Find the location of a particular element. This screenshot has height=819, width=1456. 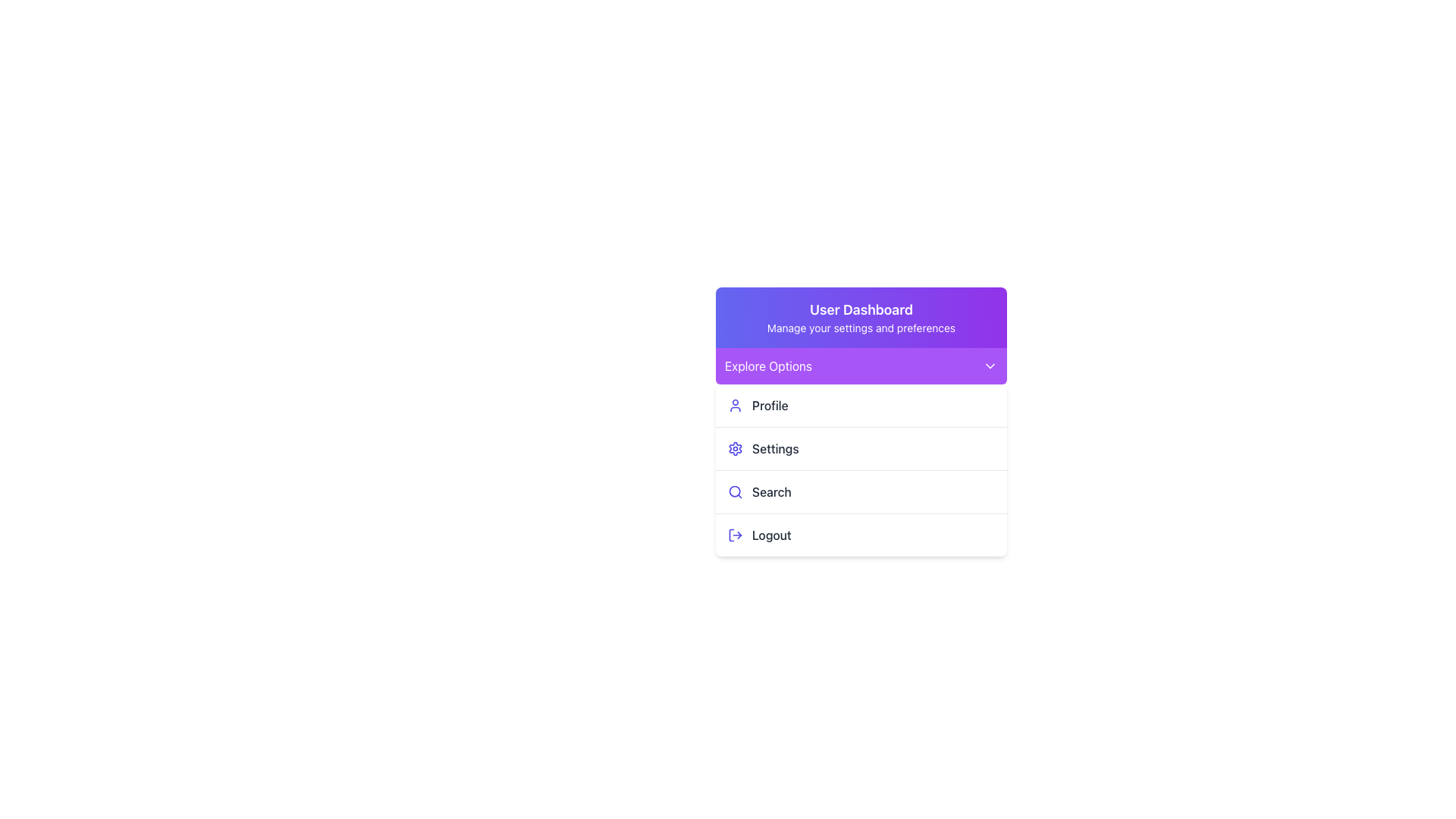

the text label associated with the search functionality located next to the search icon in the vertical menu is located at coordinates (771, 491).